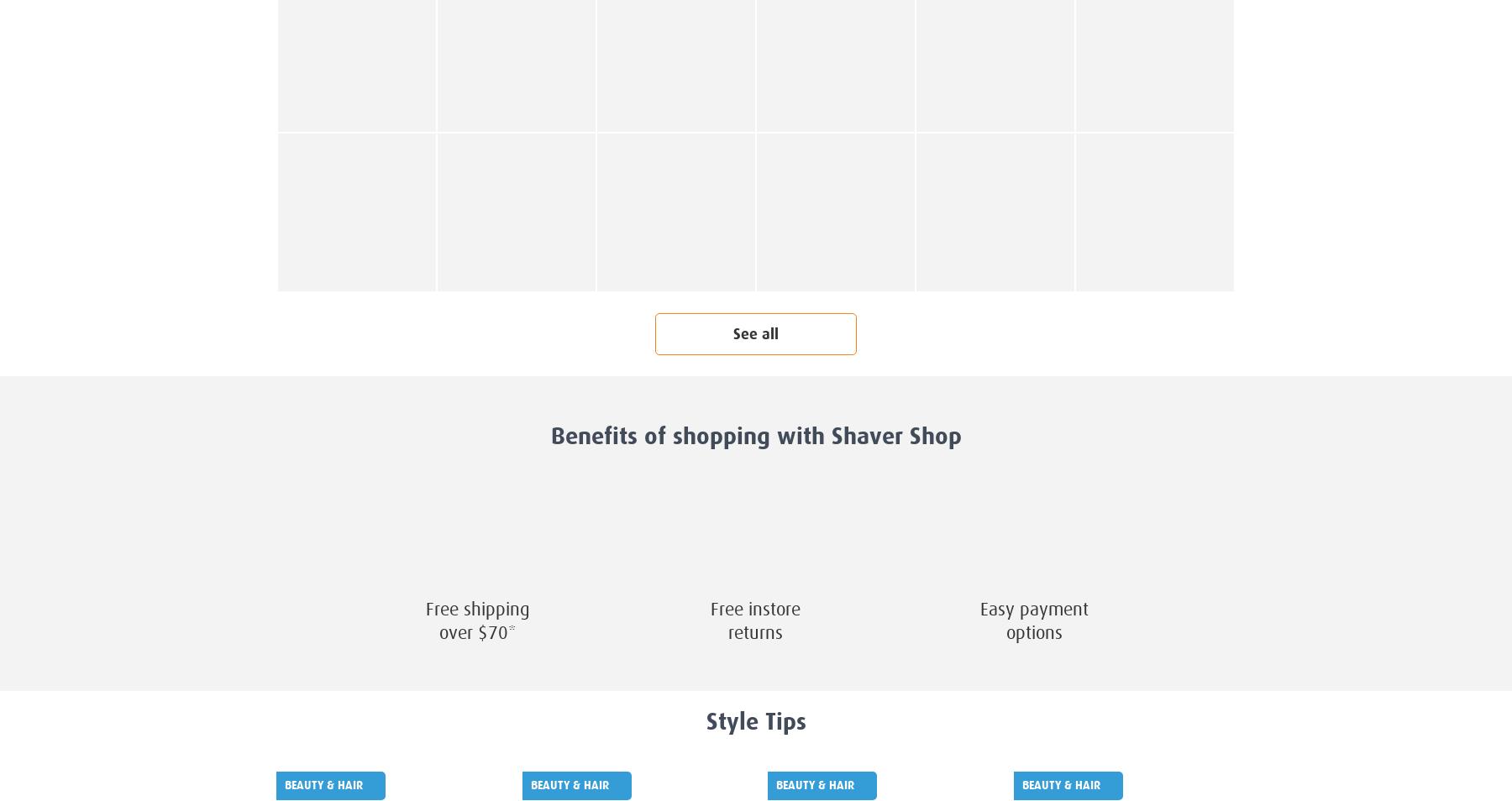  I want to click on 'See all', so click(756, 334).